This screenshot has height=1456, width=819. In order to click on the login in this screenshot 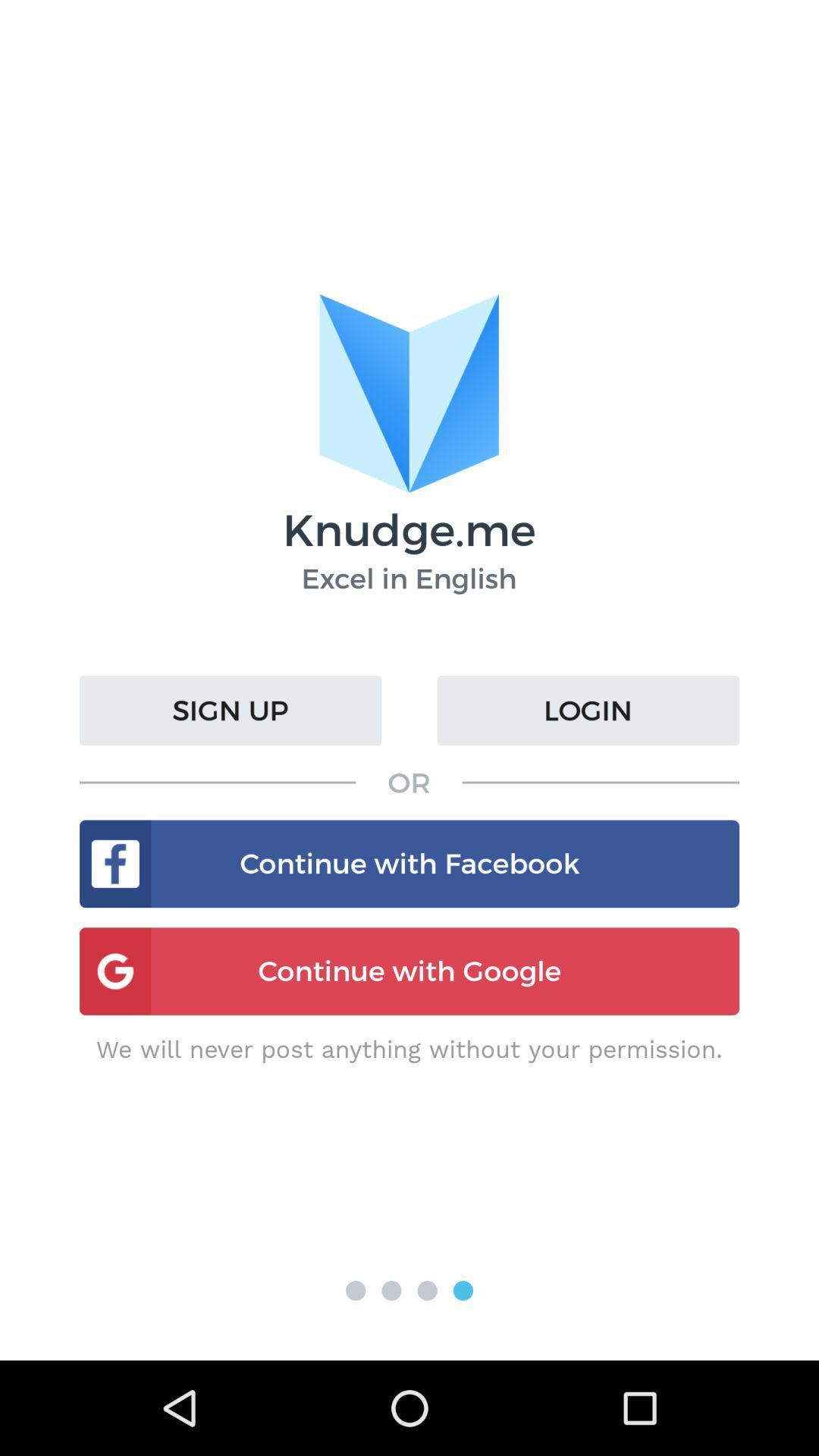, I will do `click(587, 710)`.